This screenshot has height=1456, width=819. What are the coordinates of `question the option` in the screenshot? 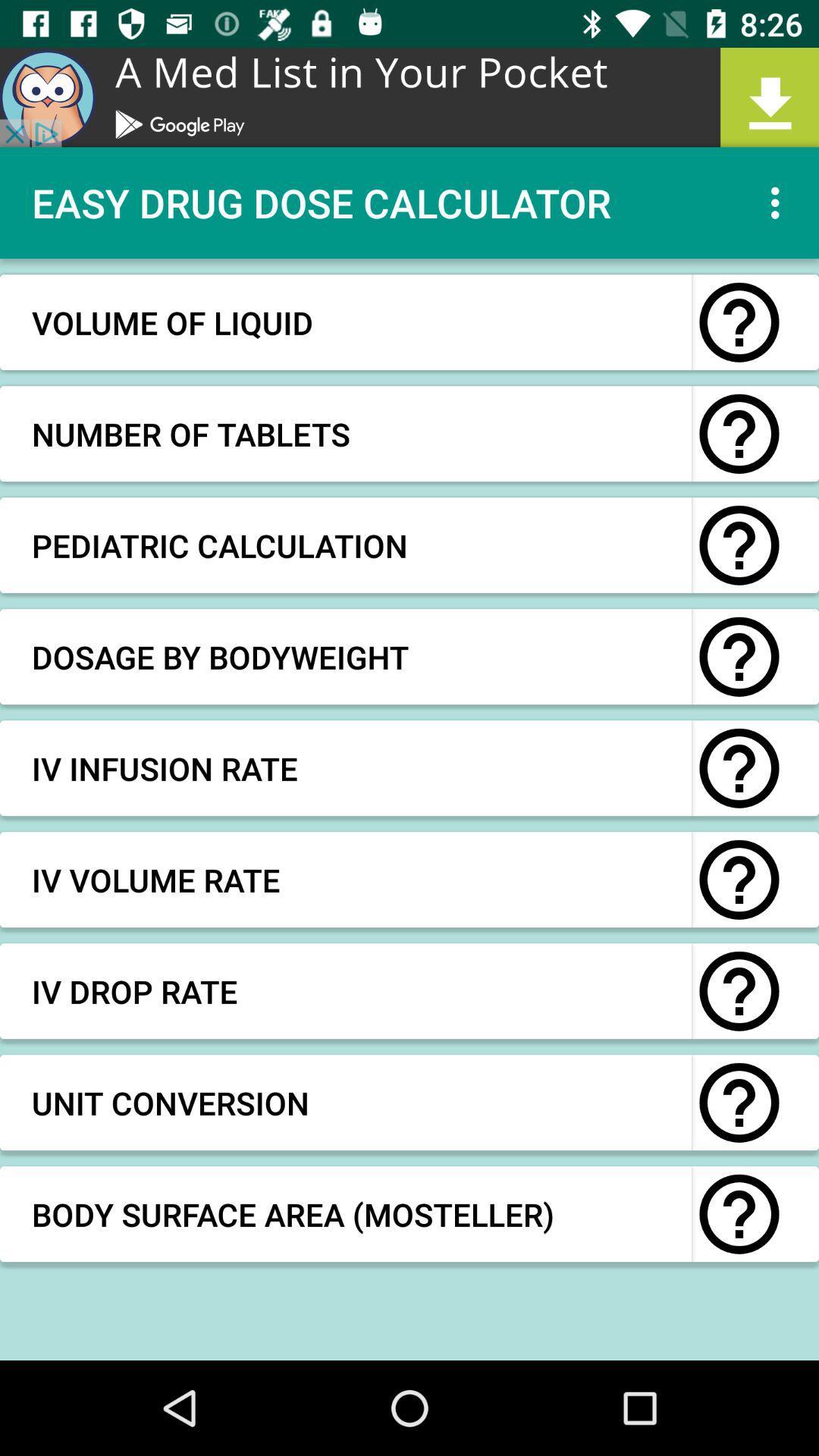 It's located at (739, 991).